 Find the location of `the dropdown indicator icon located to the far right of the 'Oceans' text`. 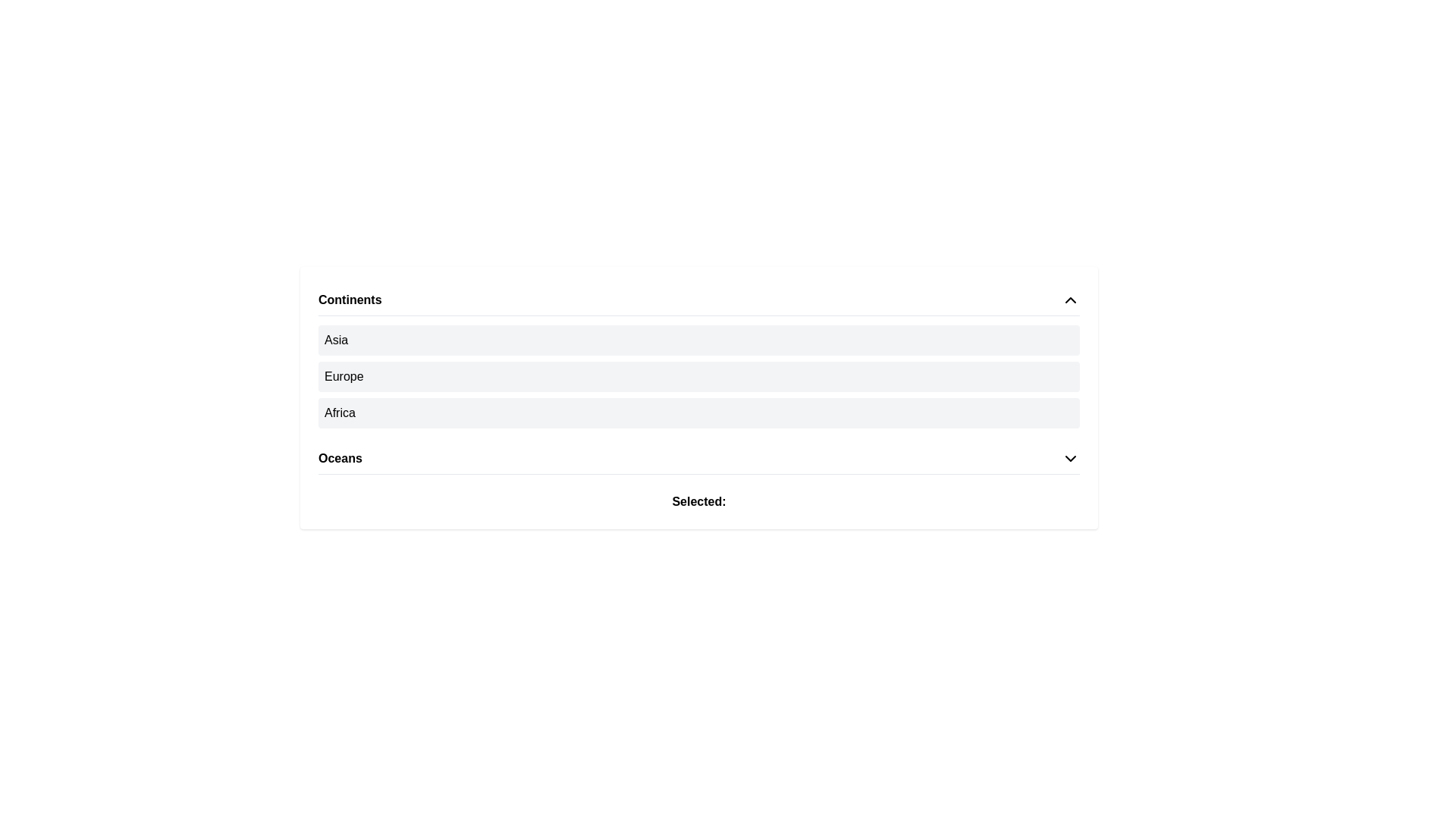

the dropdown indicator icon located to the far right of the 'Oceans' text is located at coordinates (1069, 458).